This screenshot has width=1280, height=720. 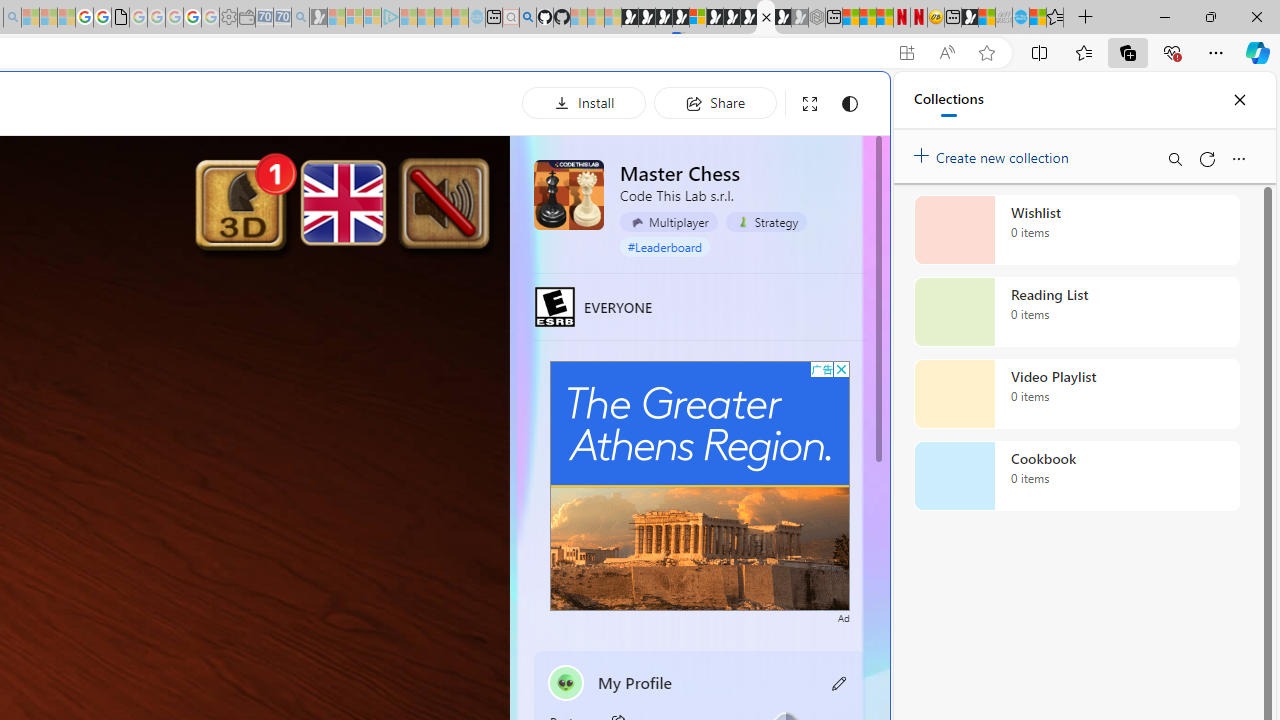 I want to click on 'EVERYONE', so click(x=554, y=307).